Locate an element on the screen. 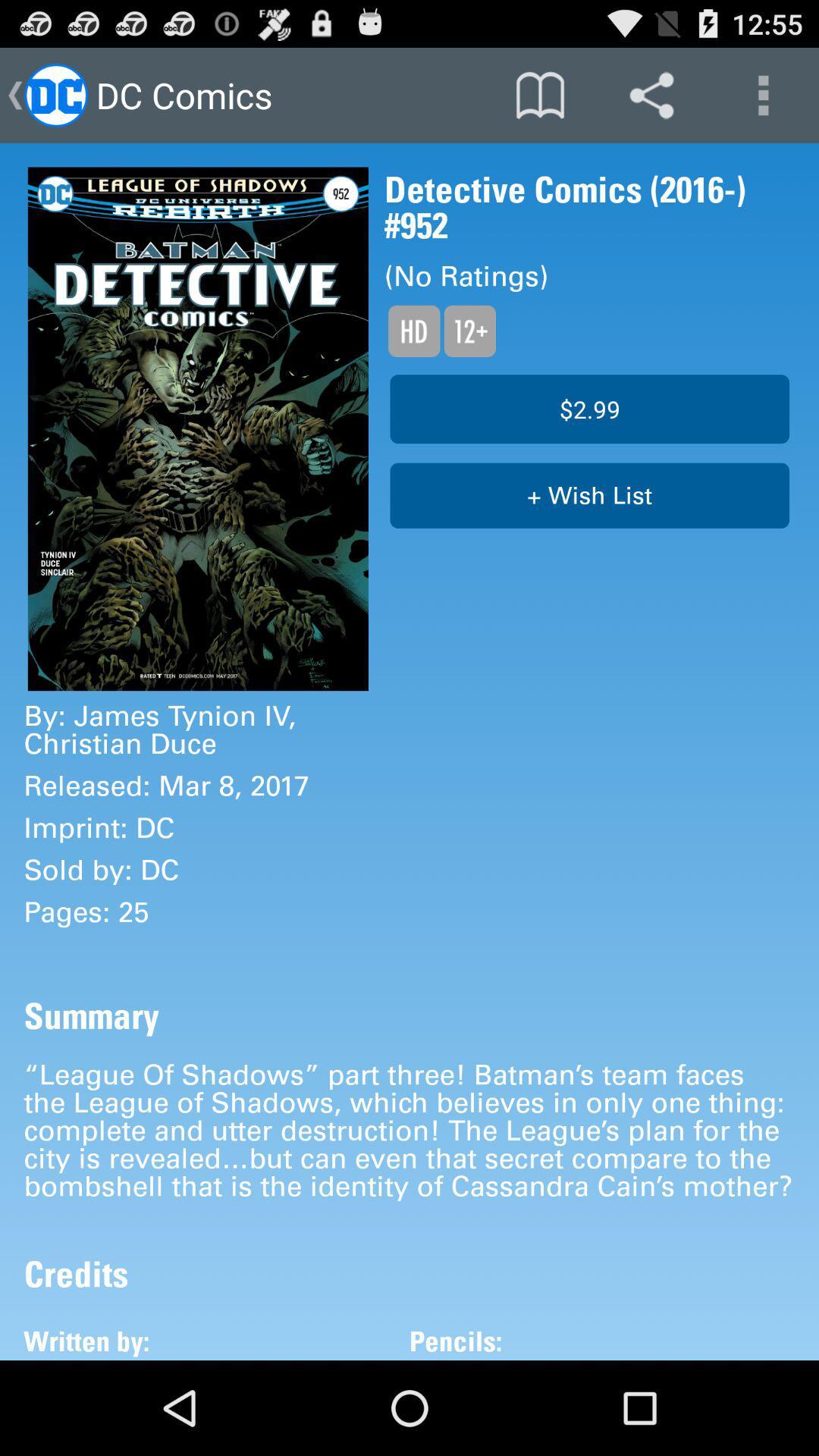  icon above + wish list icon is located at coordinates (588, 409).